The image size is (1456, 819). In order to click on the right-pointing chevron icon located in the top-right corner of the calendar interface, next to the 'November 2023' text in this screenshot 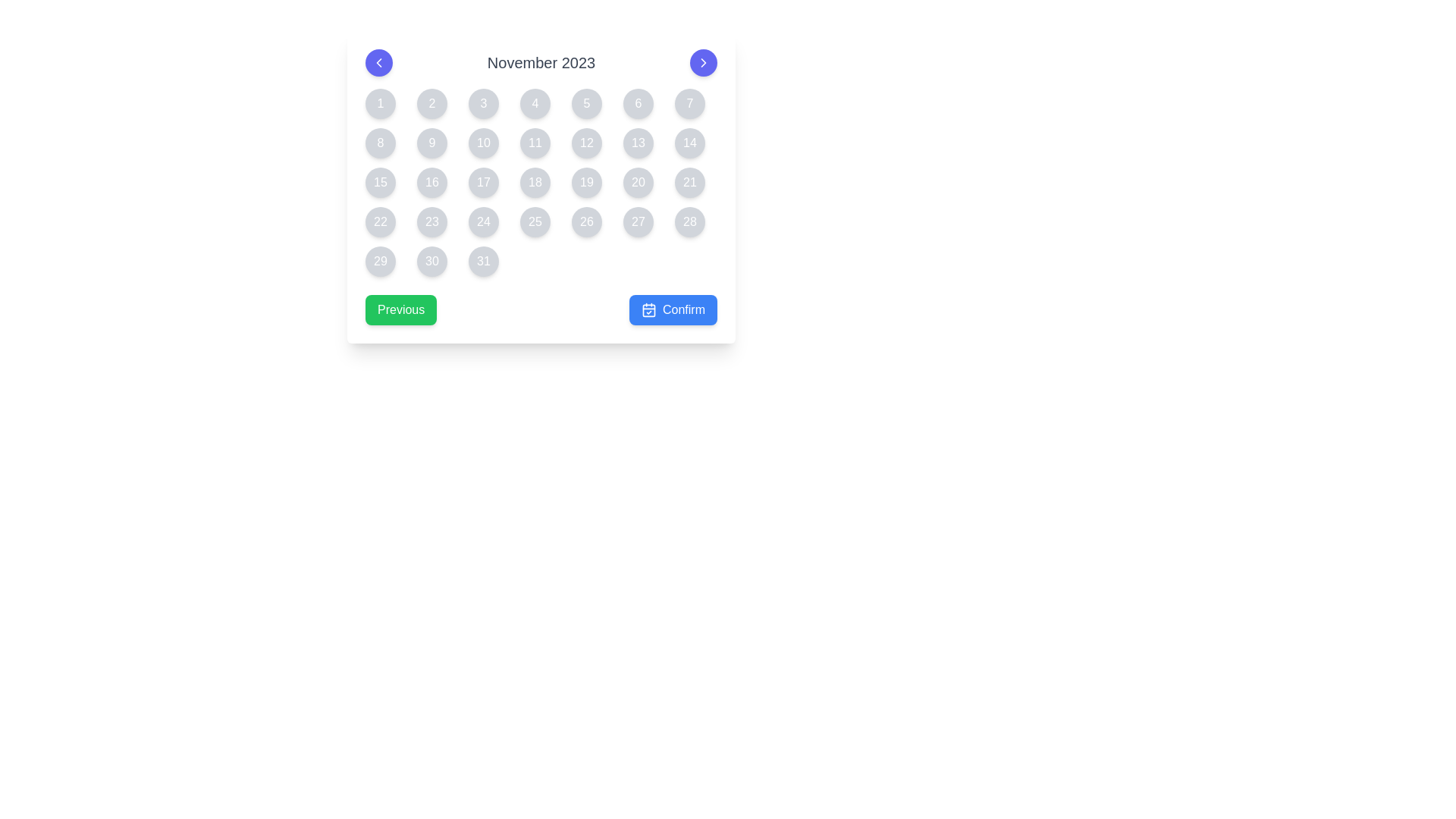, I will do `click(702, 62)`.